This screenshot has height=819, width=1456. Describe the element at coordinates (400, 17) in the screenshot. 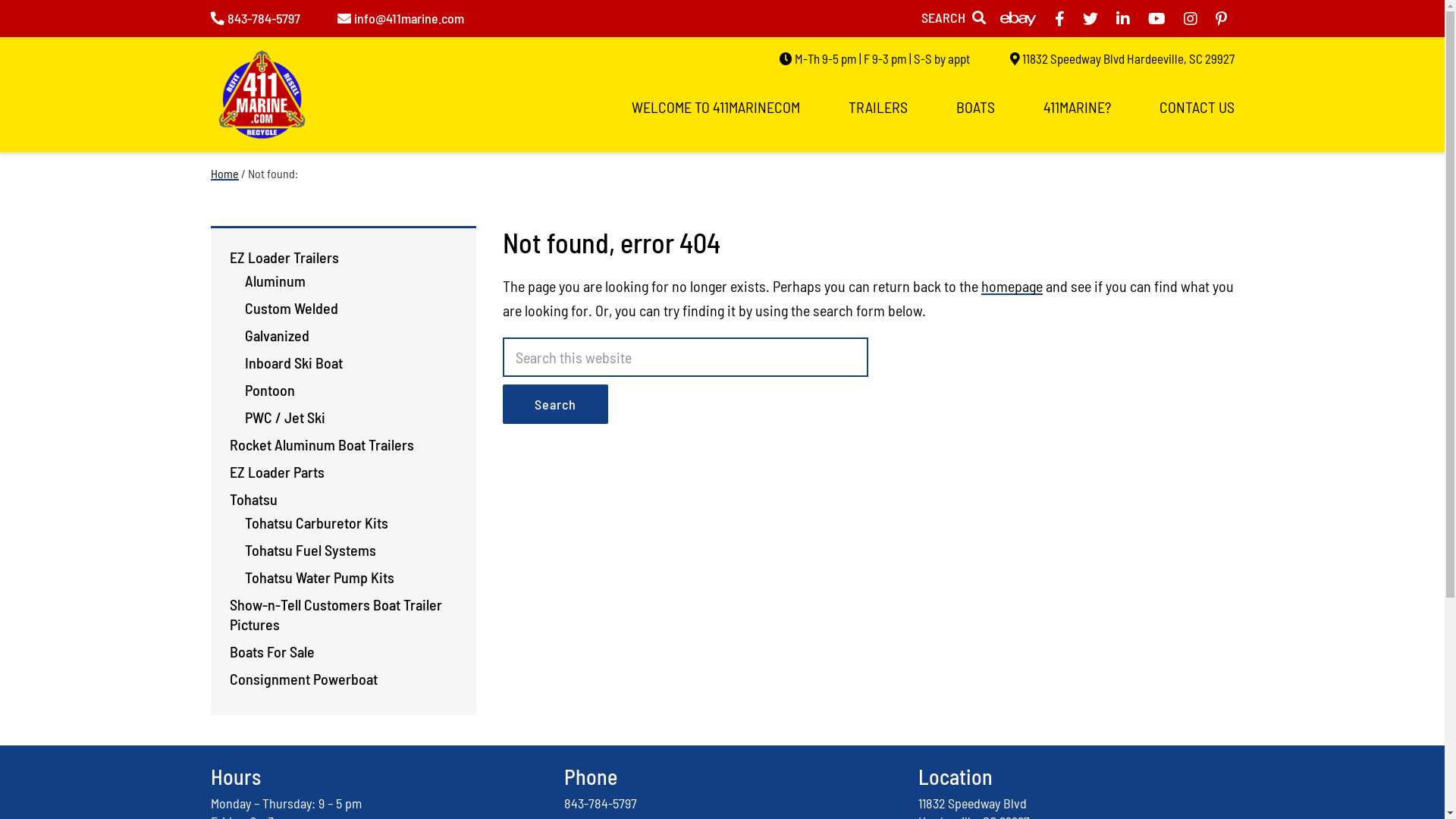

I see `'info@411marine.com'` at that location.